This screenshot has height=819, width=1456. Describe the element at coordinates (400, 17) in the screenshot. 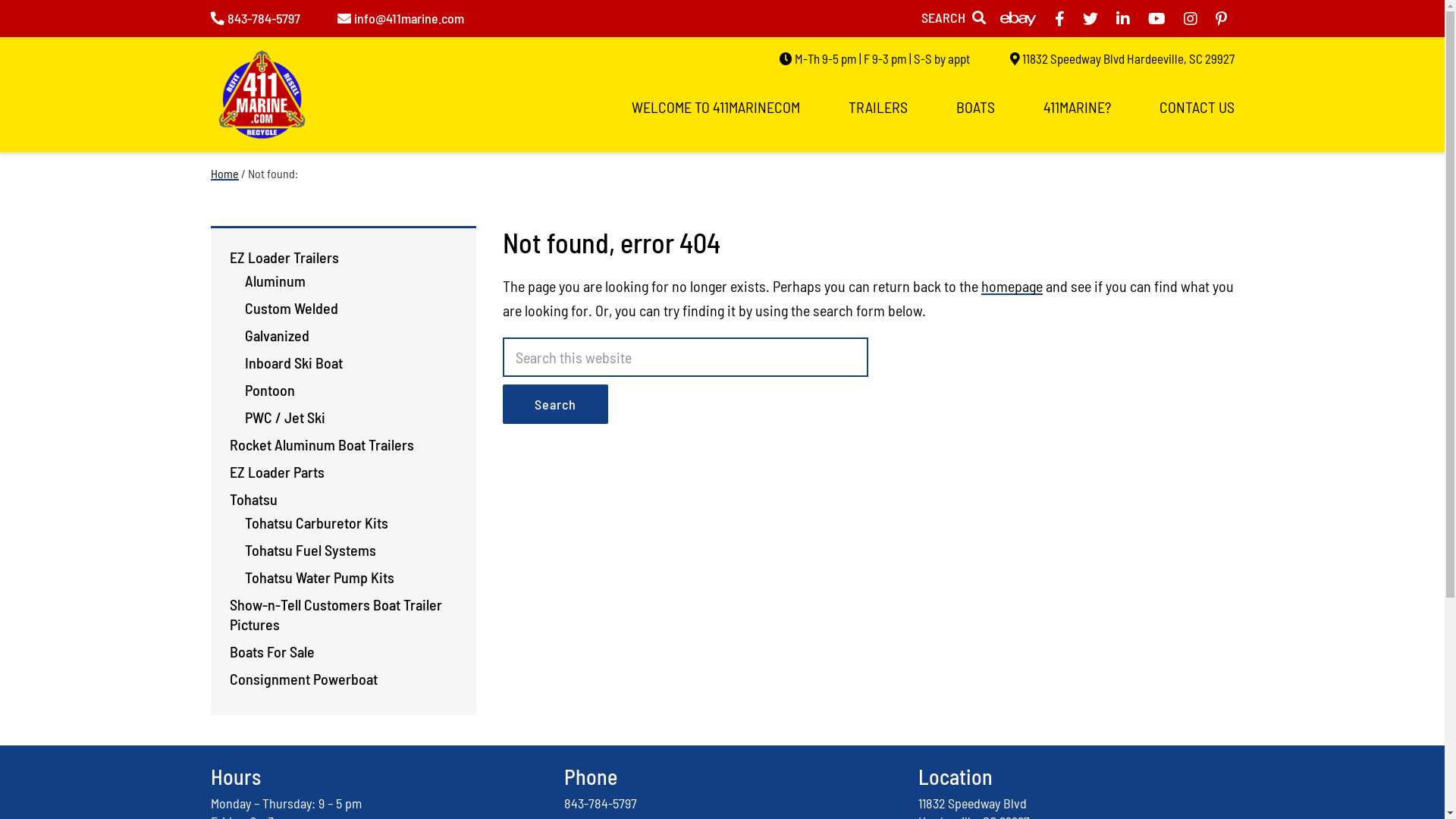

I see `'info@411marine.com'` at that location.